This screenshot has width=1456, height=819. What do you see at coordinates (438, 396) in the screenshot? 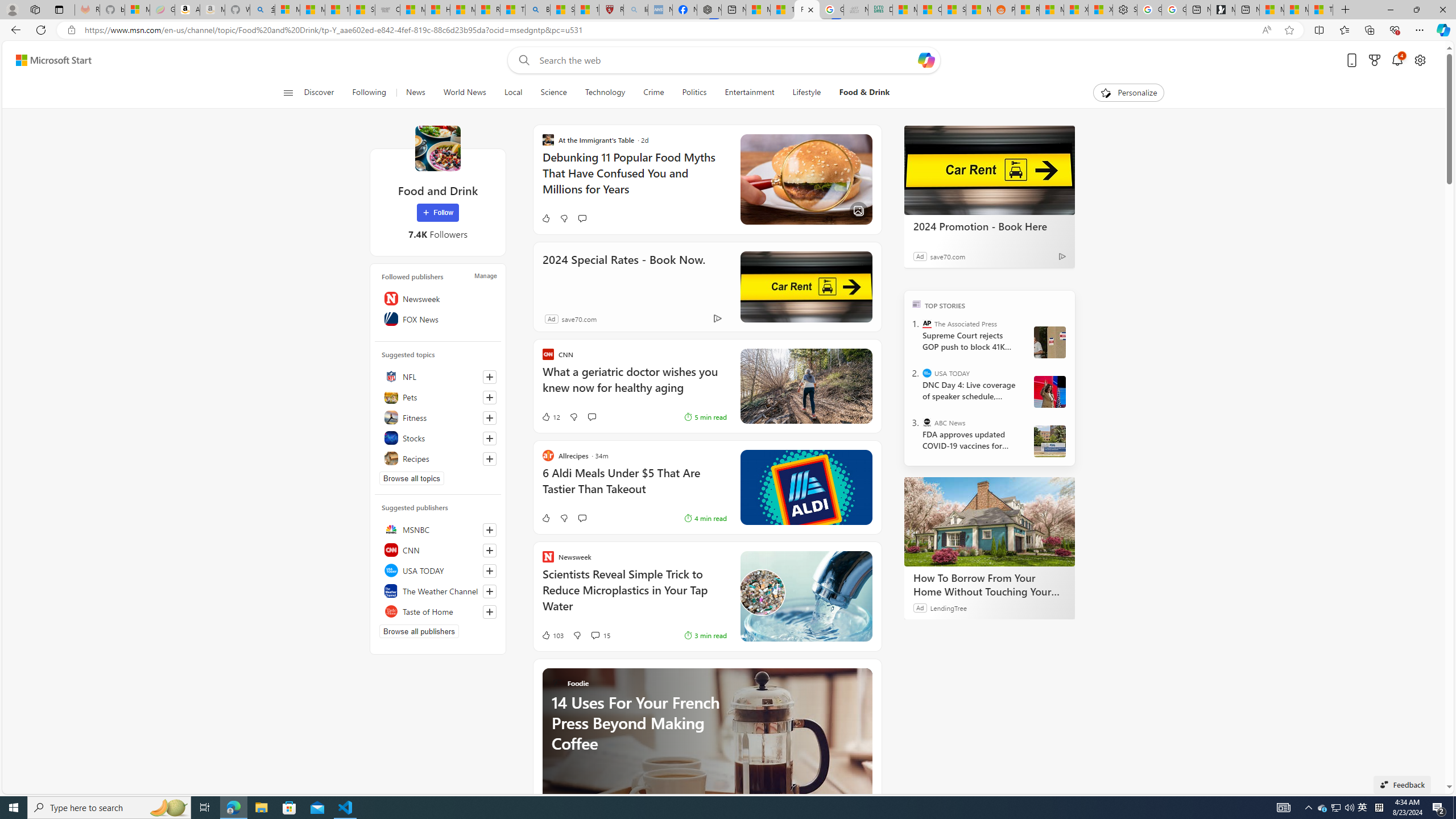
I see `'Pets'` at bounding box center [438, 396].